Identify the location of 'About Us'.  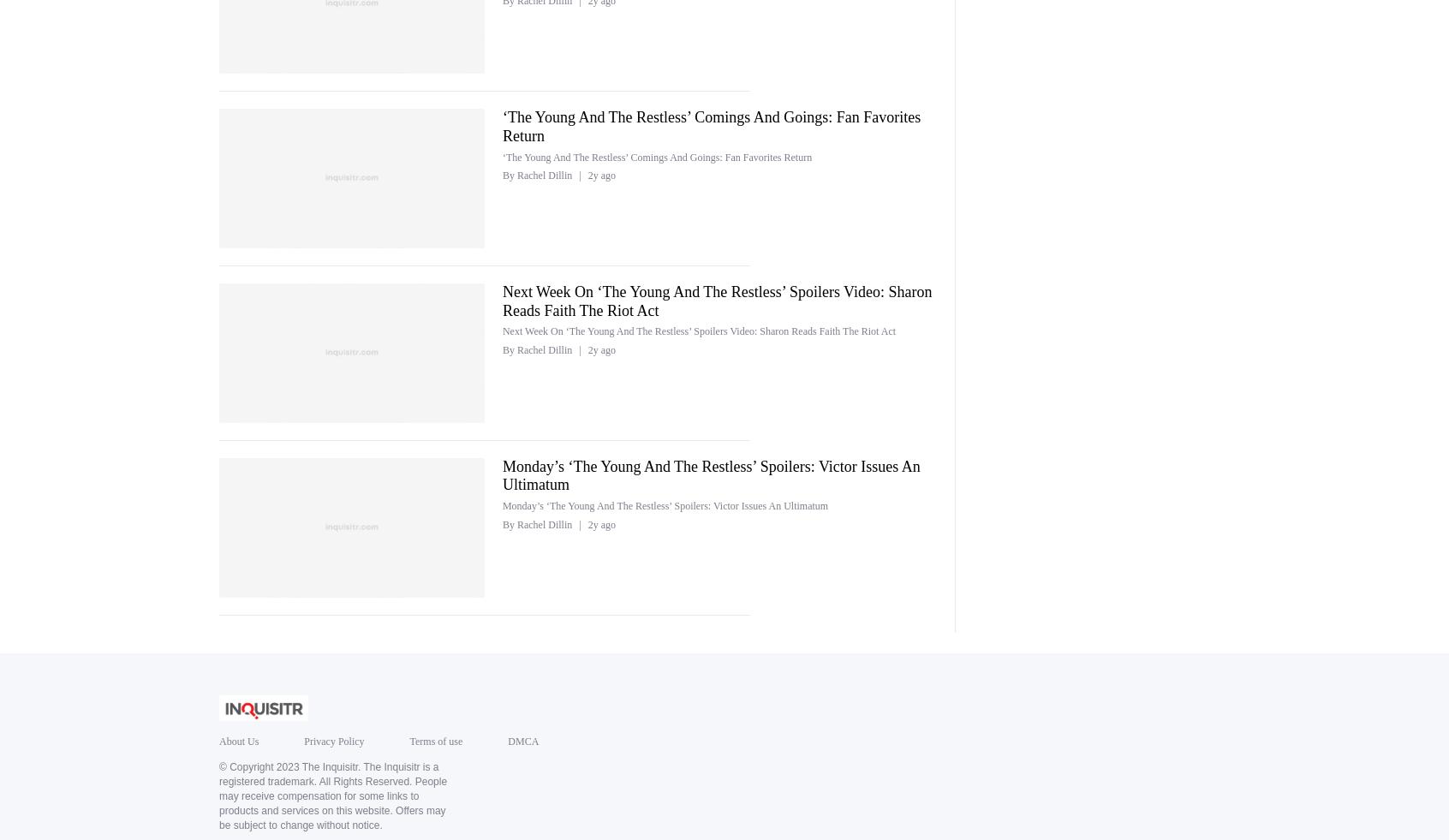
(239, 741).